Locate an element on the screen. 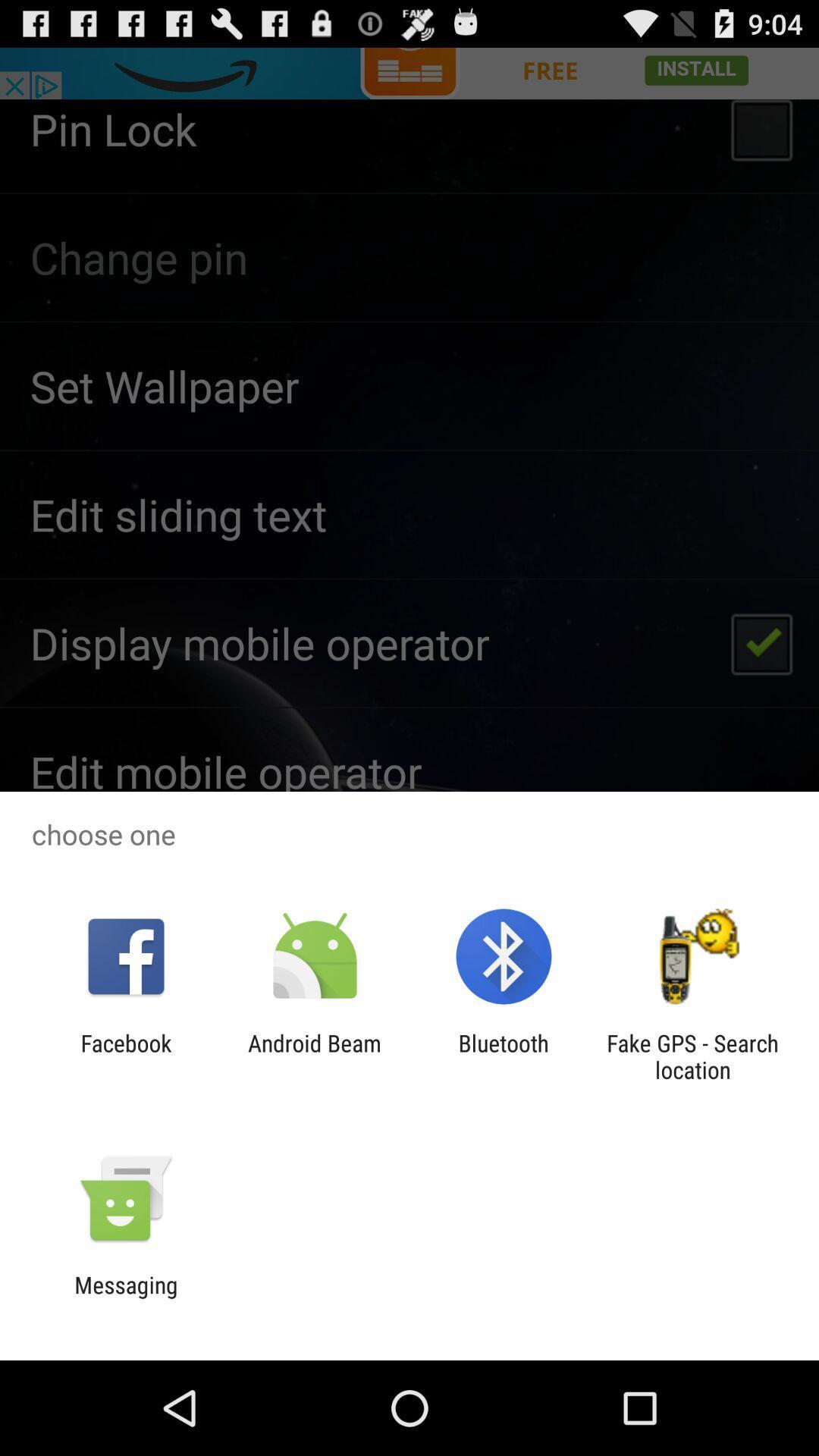 This screenshot has height=1456, width=819. item to the left of fake gps search app is located at coordinates (504, 1056).